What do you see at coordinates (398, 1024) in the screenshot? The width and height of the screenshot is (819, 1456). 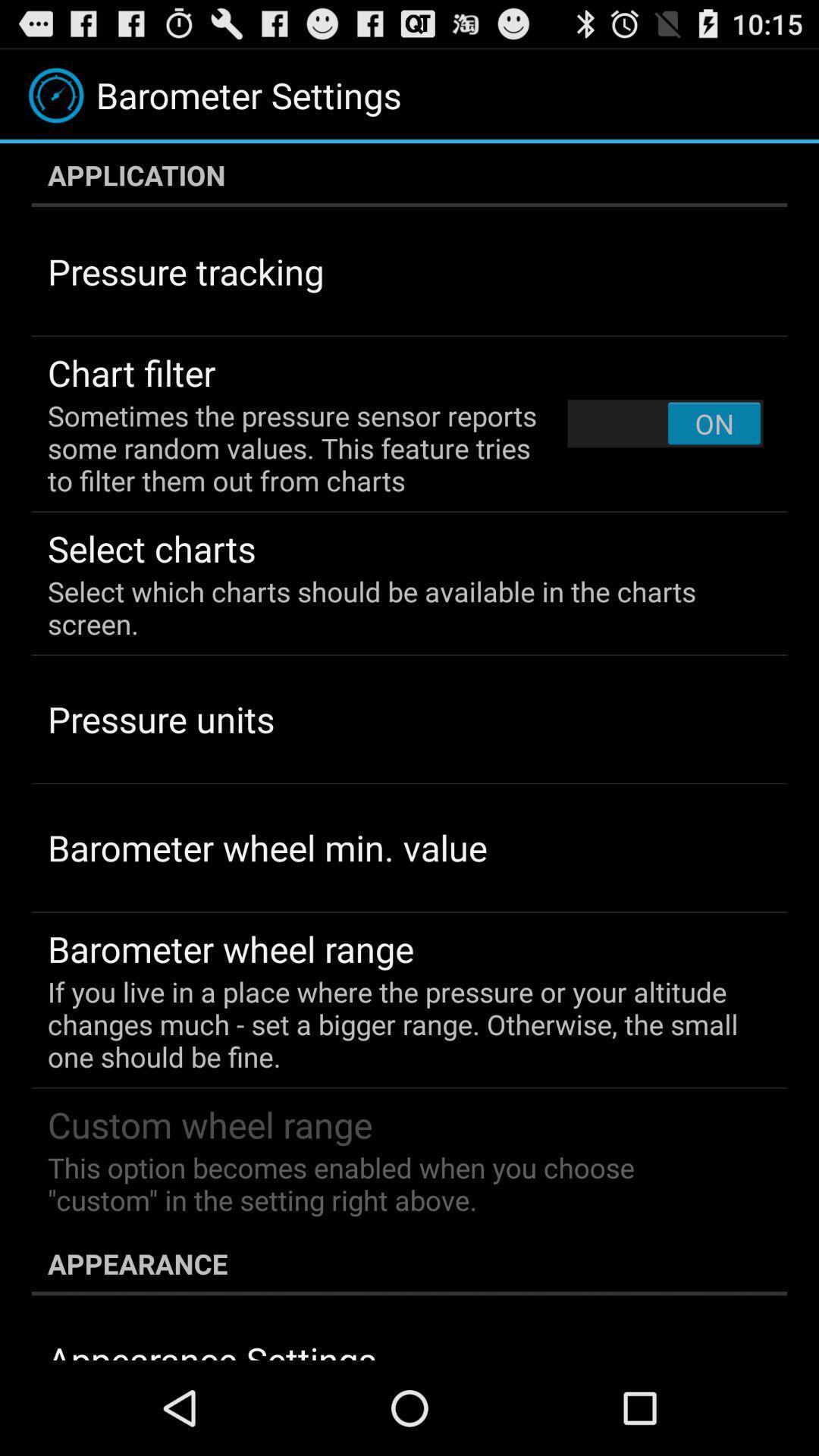 I see `app above the custom wheel range app` at bounding box center [398, 1024].